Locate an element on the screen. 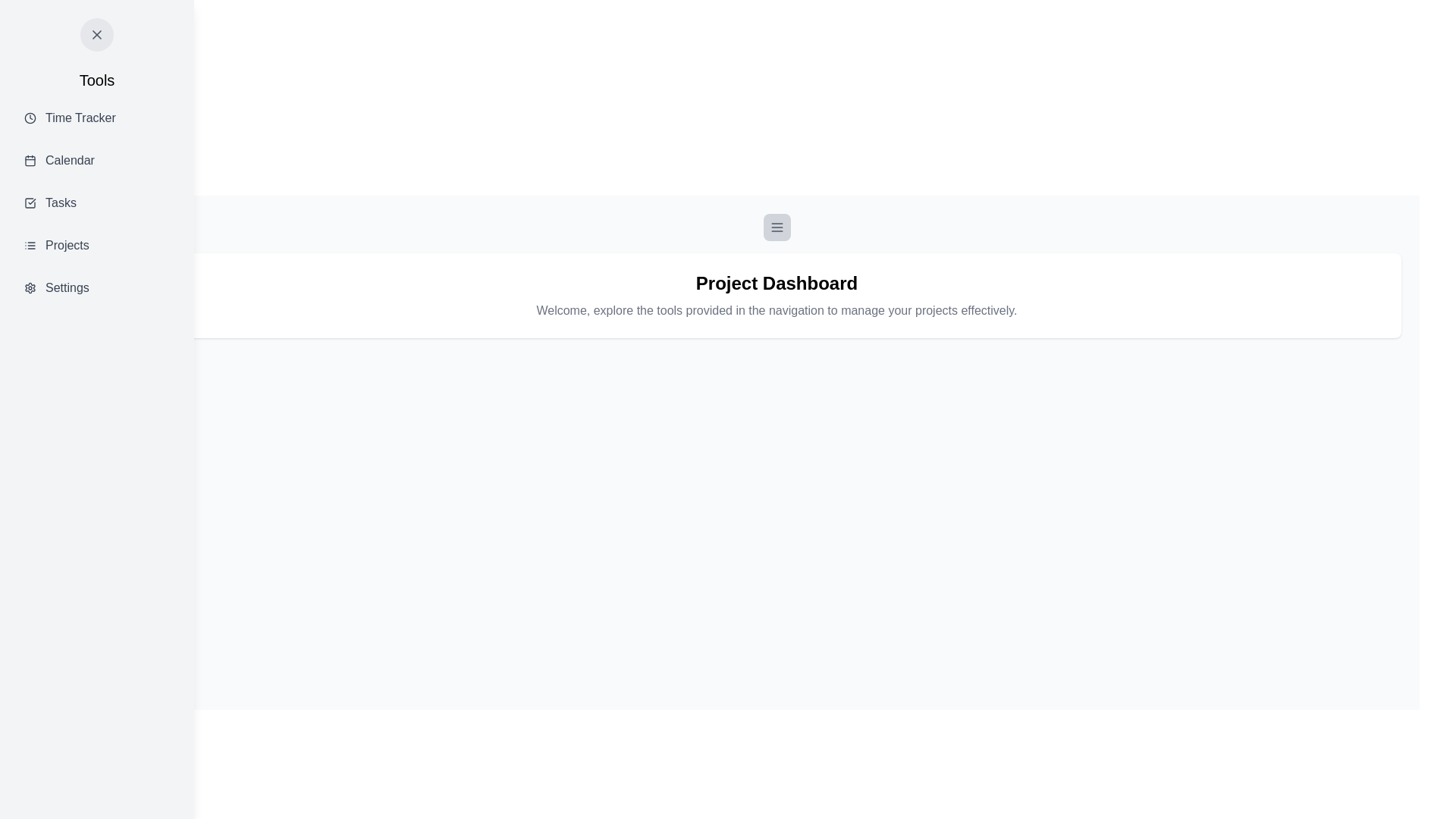  the gear icon next to the 'Settings' text is located at coordinates (30, 288).